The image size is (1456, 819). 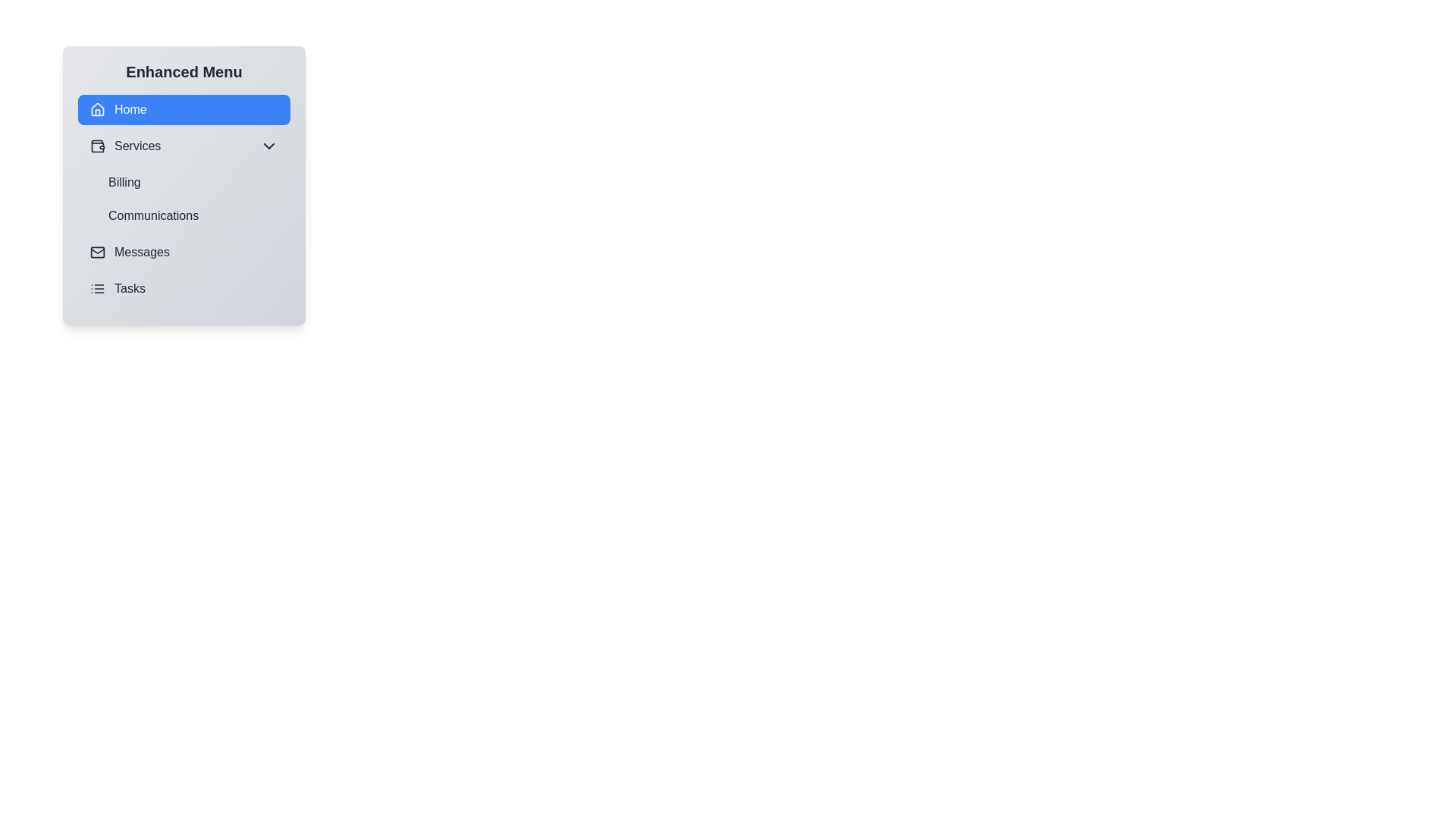 What do you see at coordinates (184, 185) in the screenshot?
I see `the 'Enhanced Menu'` at bounding box center [184, 185].